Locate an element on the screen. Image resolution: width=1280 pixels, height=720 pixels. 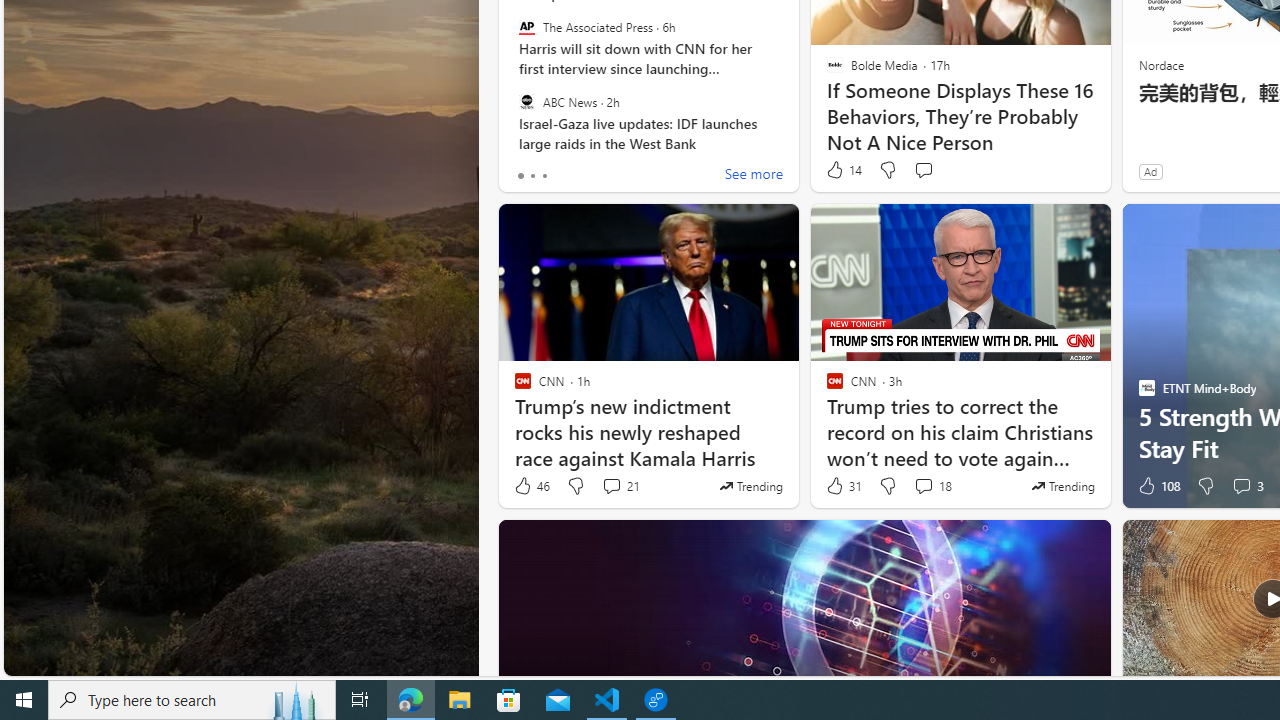
'View comments 18 Comment' is located at coordinates (931, 486).